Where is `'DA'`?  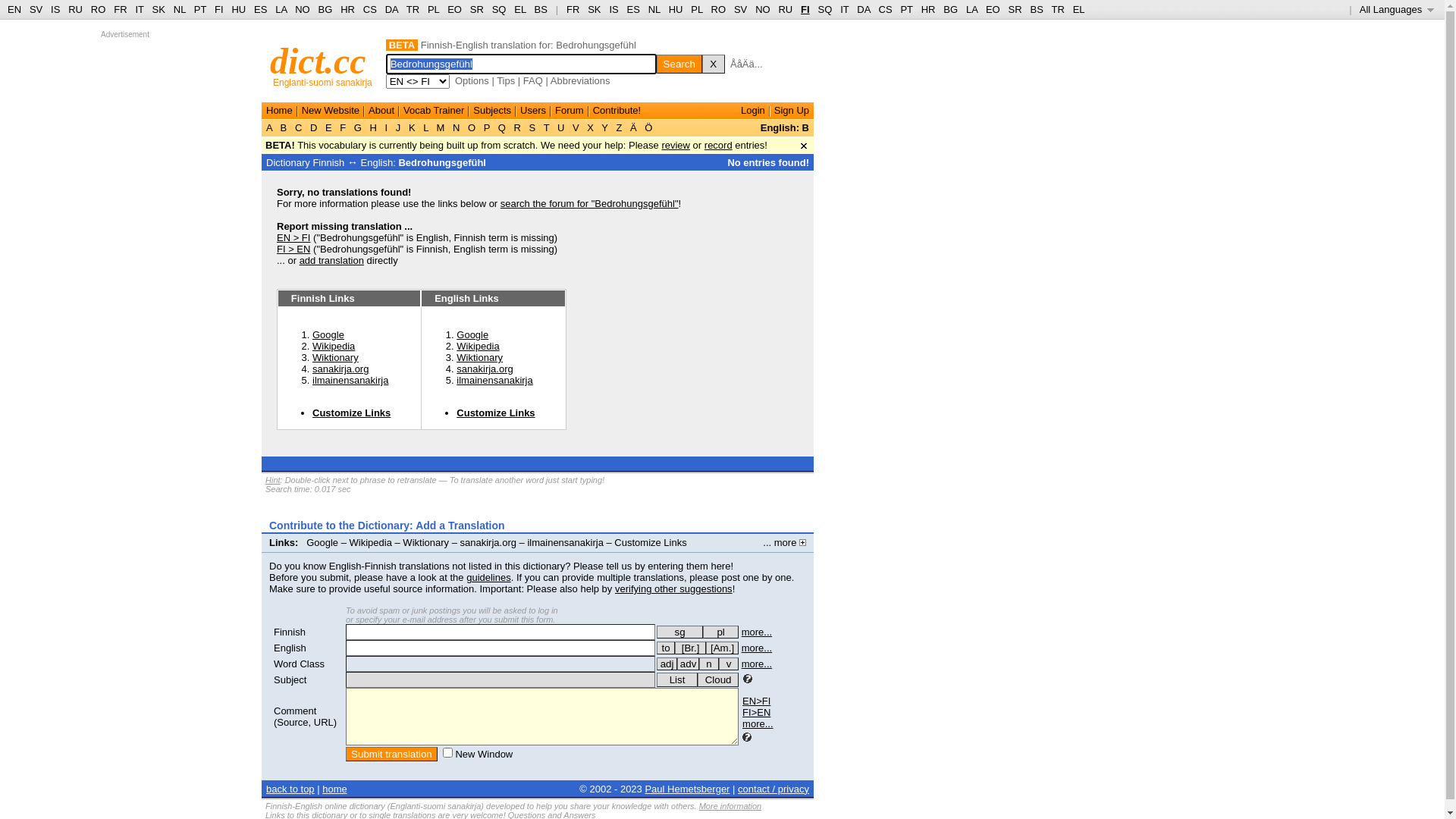
'DA' is located at coordinates (863, 9).